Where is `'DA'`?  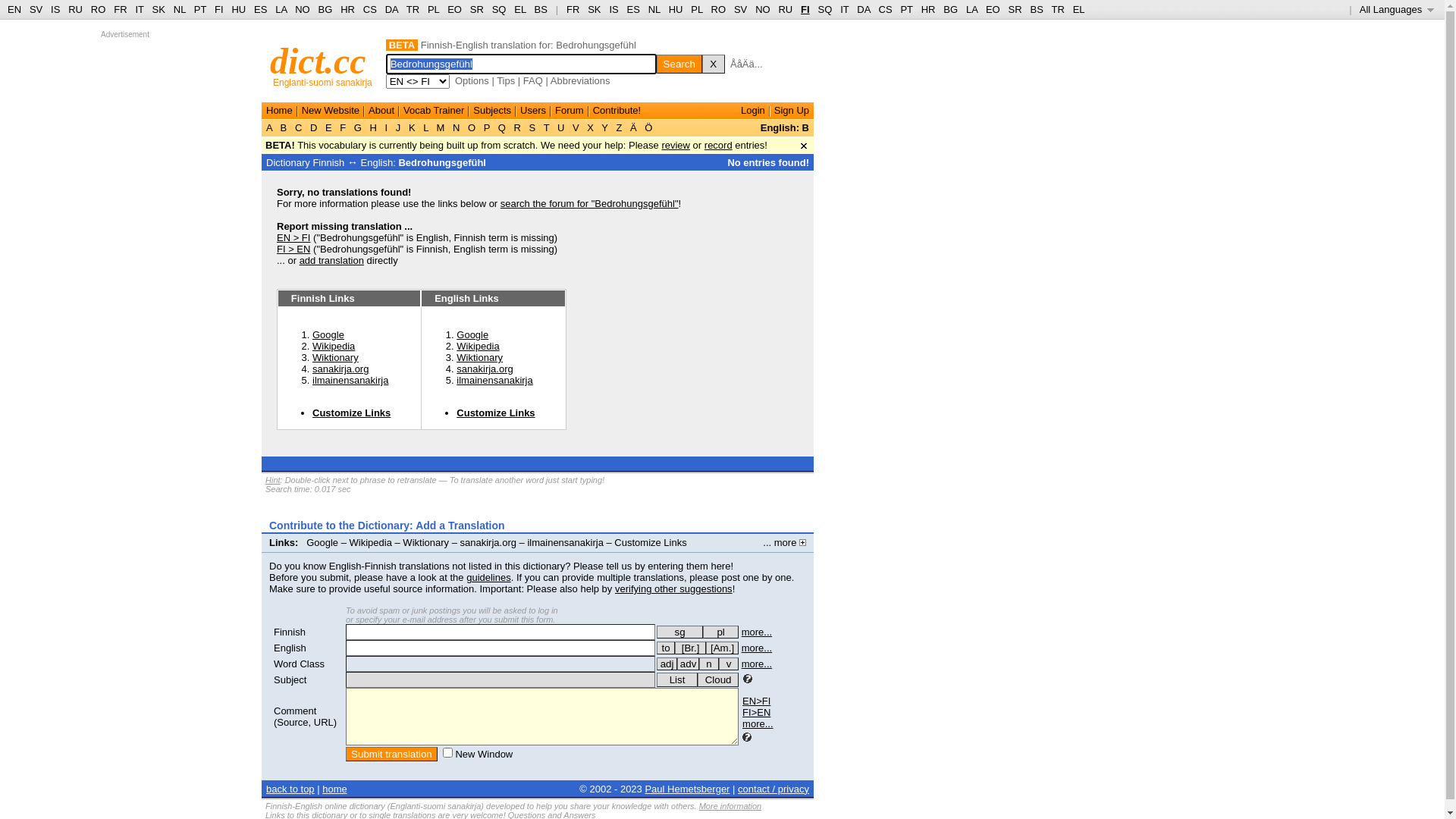
'DA' is located at coordinates (863, 9).